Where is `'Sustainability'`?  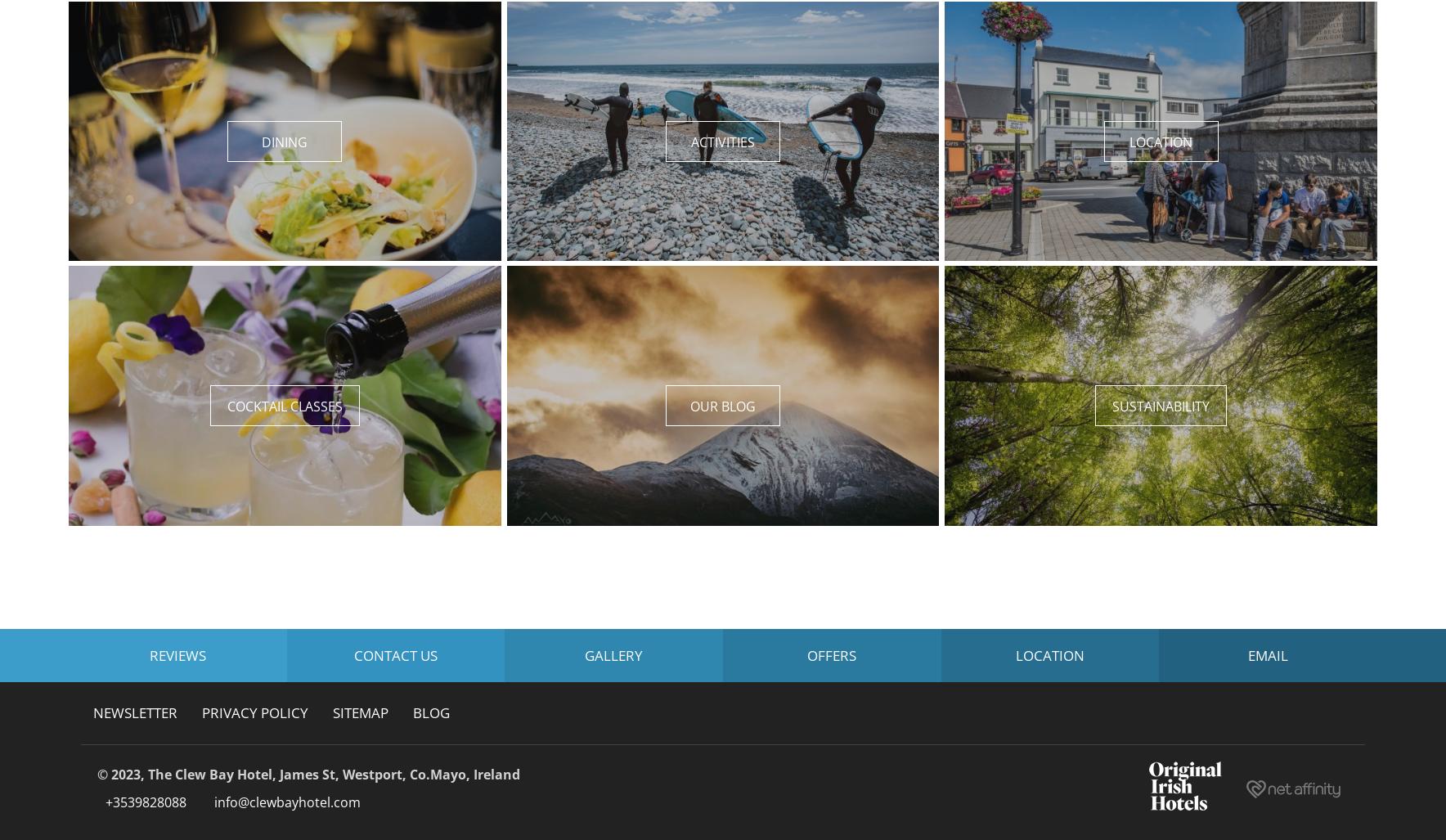 'Sustainability' is located at coordinates (1160, 406).